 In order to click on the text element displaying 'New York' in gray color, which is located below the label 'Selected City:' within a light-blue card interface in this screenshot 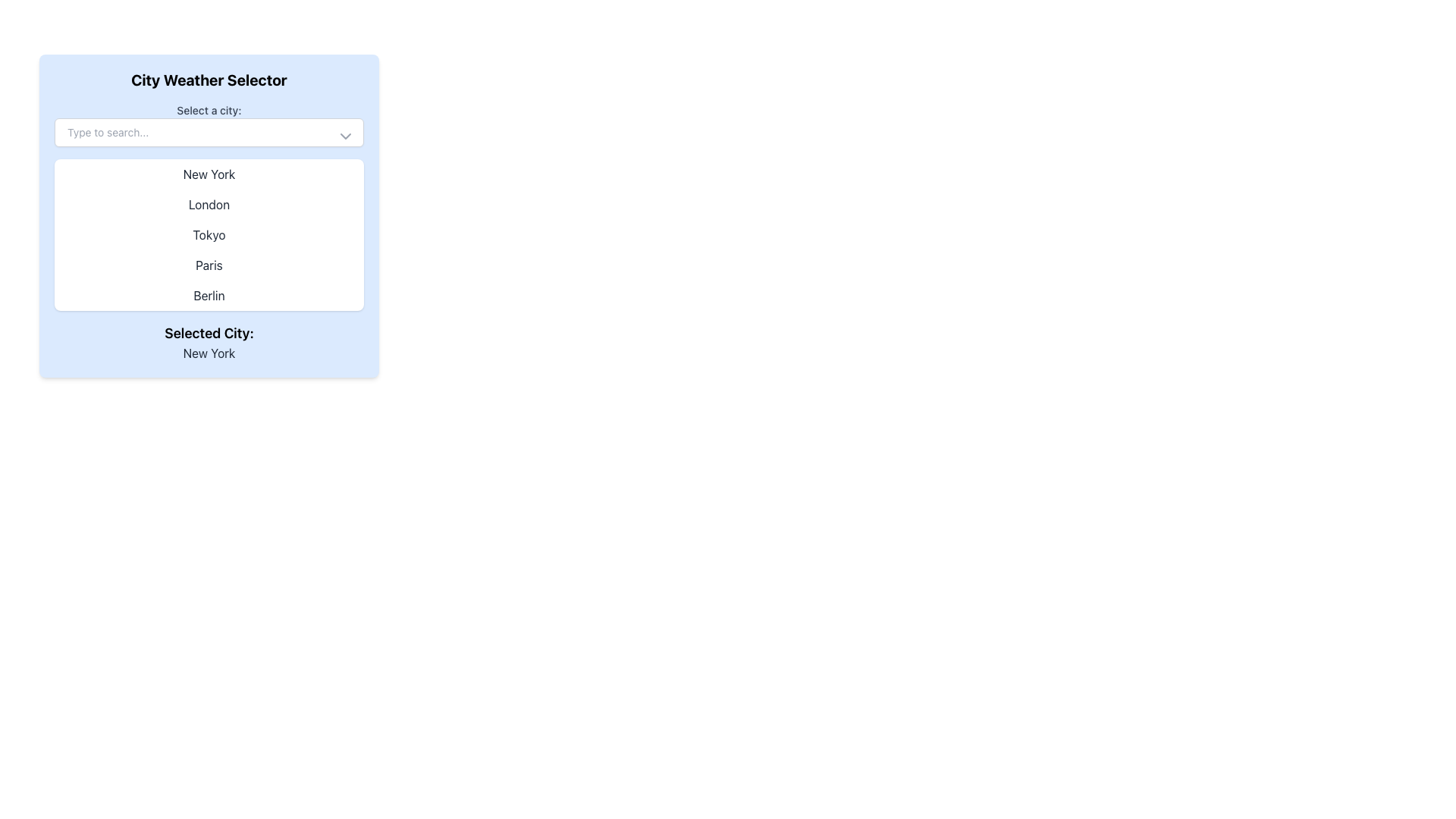, I will do `click(208, 353)`.